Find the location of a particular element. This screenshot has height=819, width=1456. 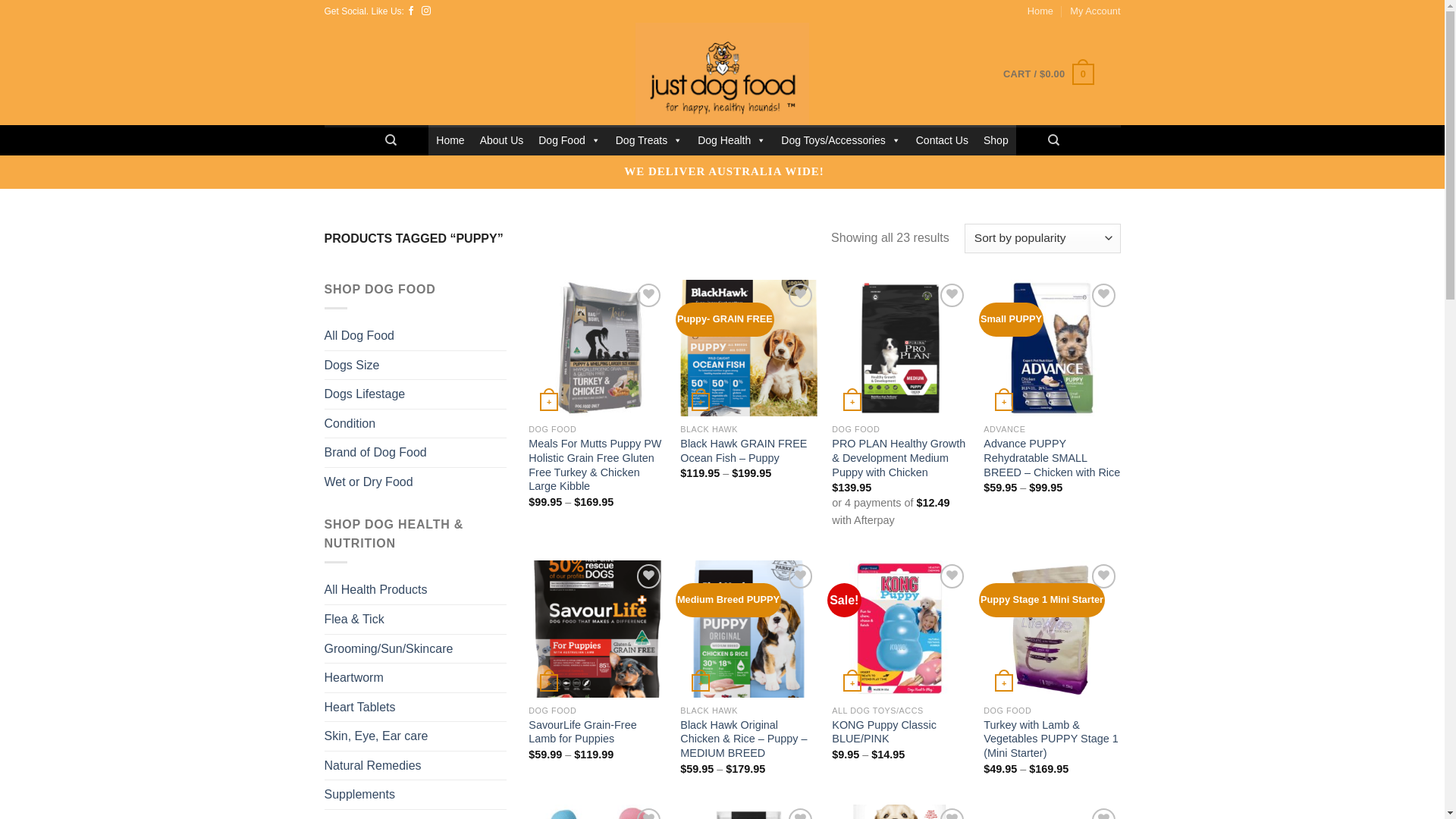

'Grooming/Sun/Skincare' is located at coordinates (323, 648).